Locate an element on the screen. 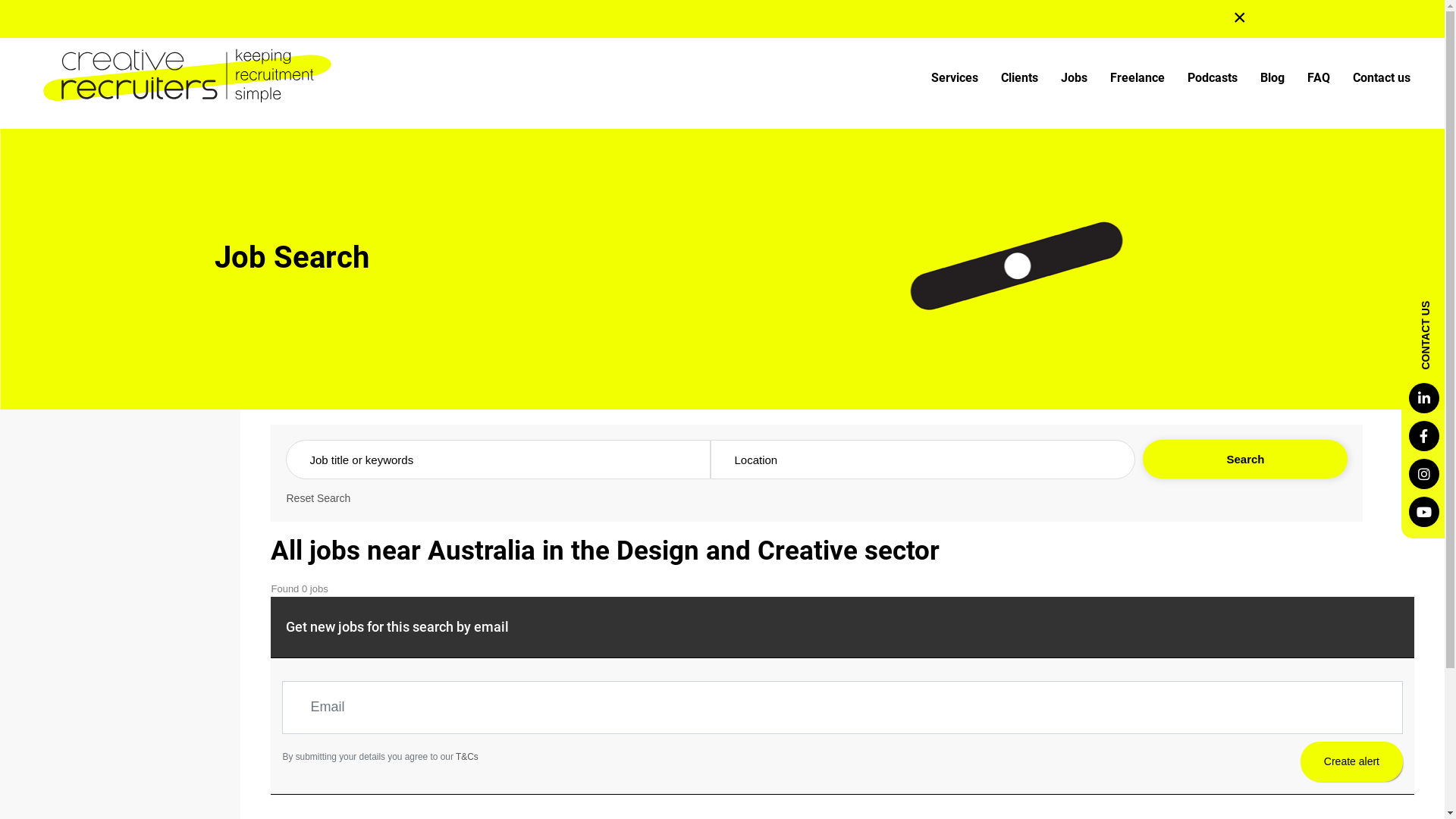 This screenshot has width=1456, height=819. 'Services' is located at coordinates (919, 78).